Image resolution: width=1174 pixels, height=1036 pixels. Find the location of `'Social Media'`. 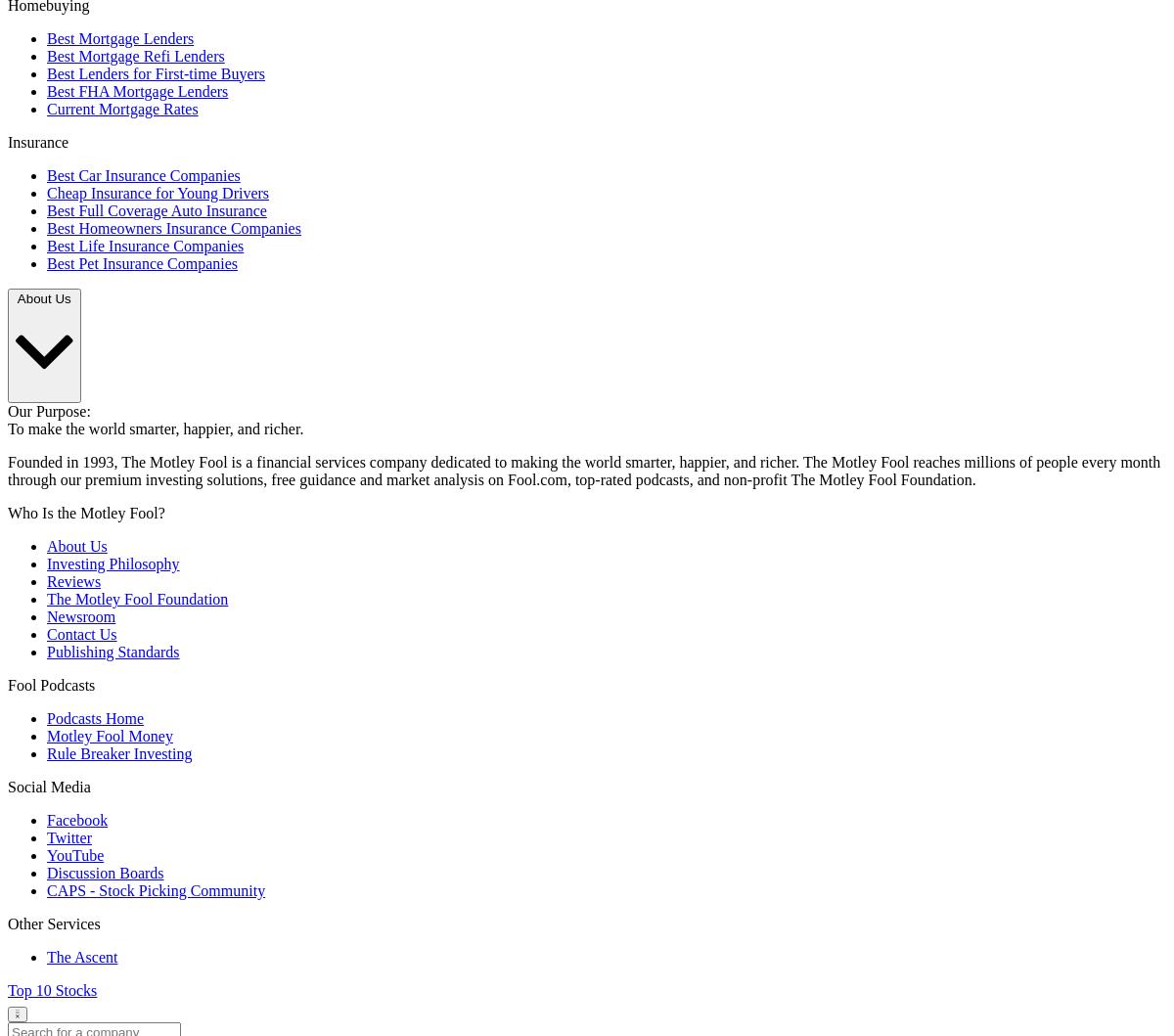

'Social Media' is located at coordinates (49, 786).